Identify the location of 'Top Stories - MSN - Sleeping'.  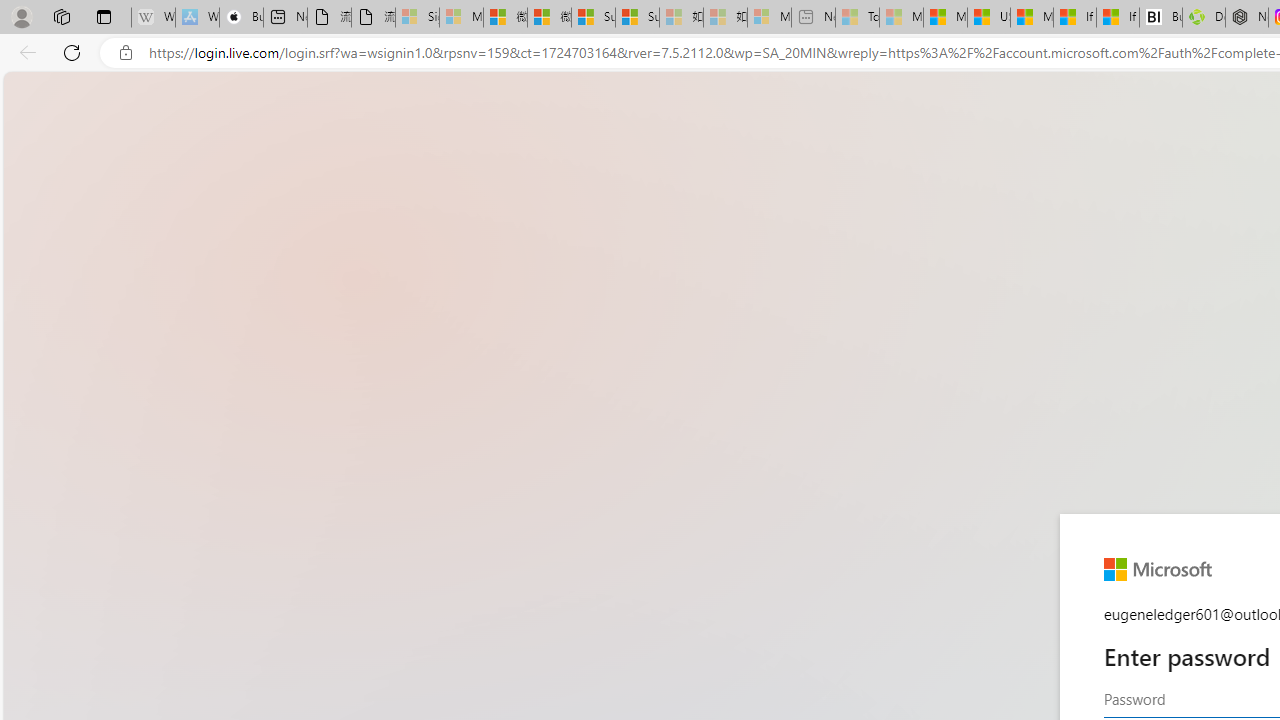
(857, 17).